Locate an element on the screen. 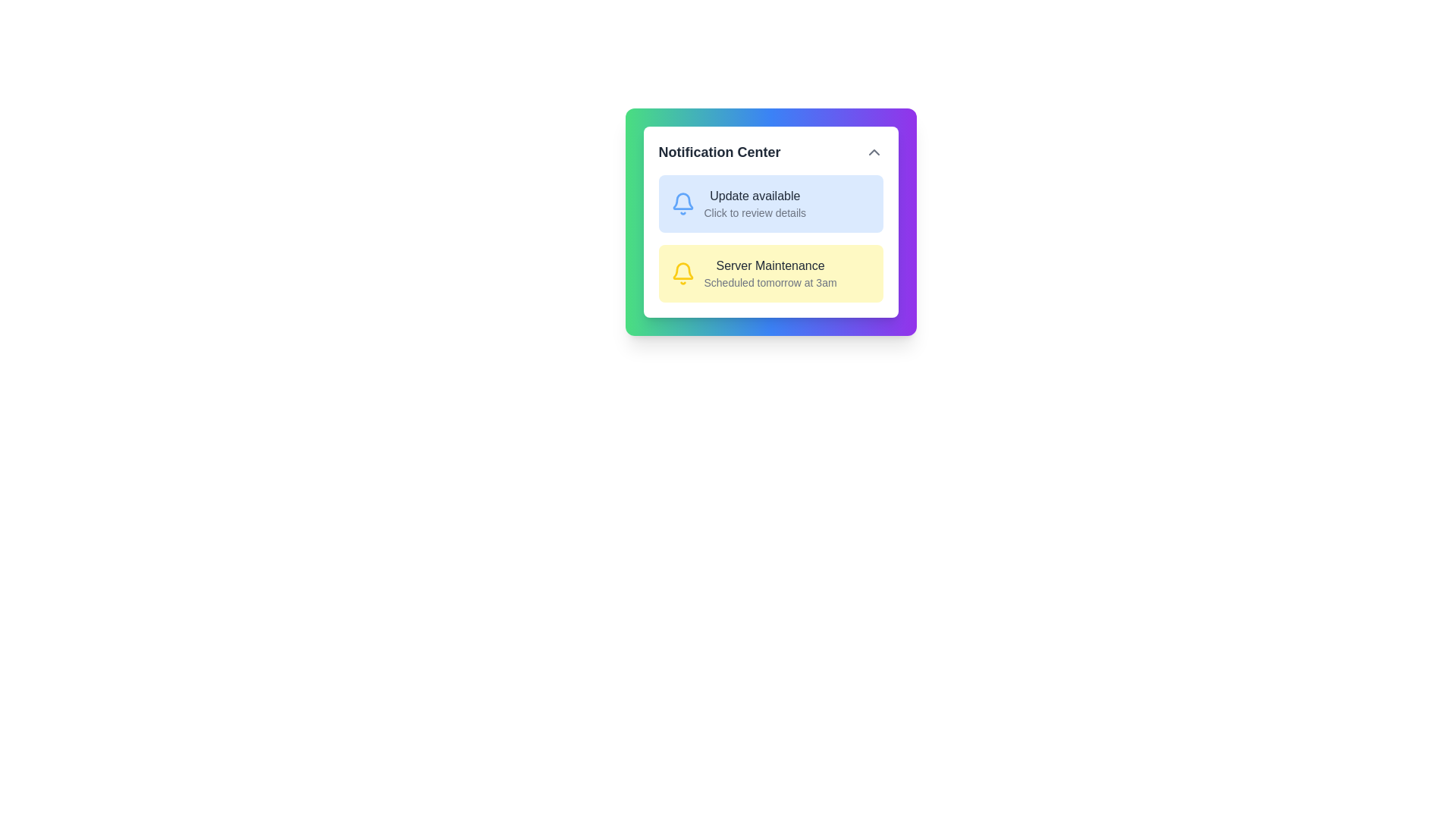  the text label that provides additional information about the 'Server Maintenance' notification, indicating the scheduled time as 'tomorrow at 3am' is located at coordinates (770, 283).